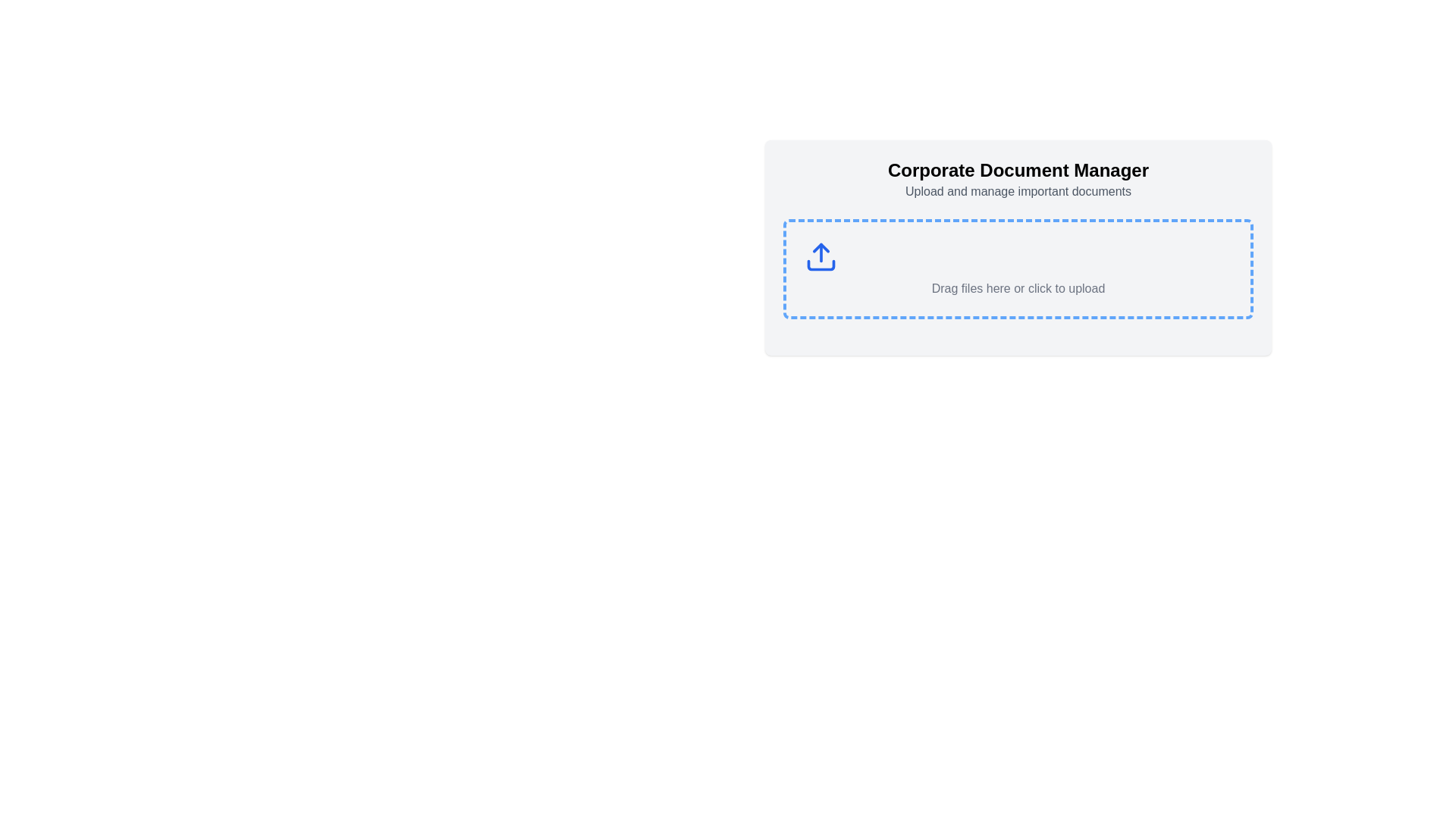 Image resolution: width=1456 pixels, height=819 pixels. I want to click on the gray text label that says 'Drag files here or click to upload', located below the upload icon in the central part of the interface, so click(1018, 289).